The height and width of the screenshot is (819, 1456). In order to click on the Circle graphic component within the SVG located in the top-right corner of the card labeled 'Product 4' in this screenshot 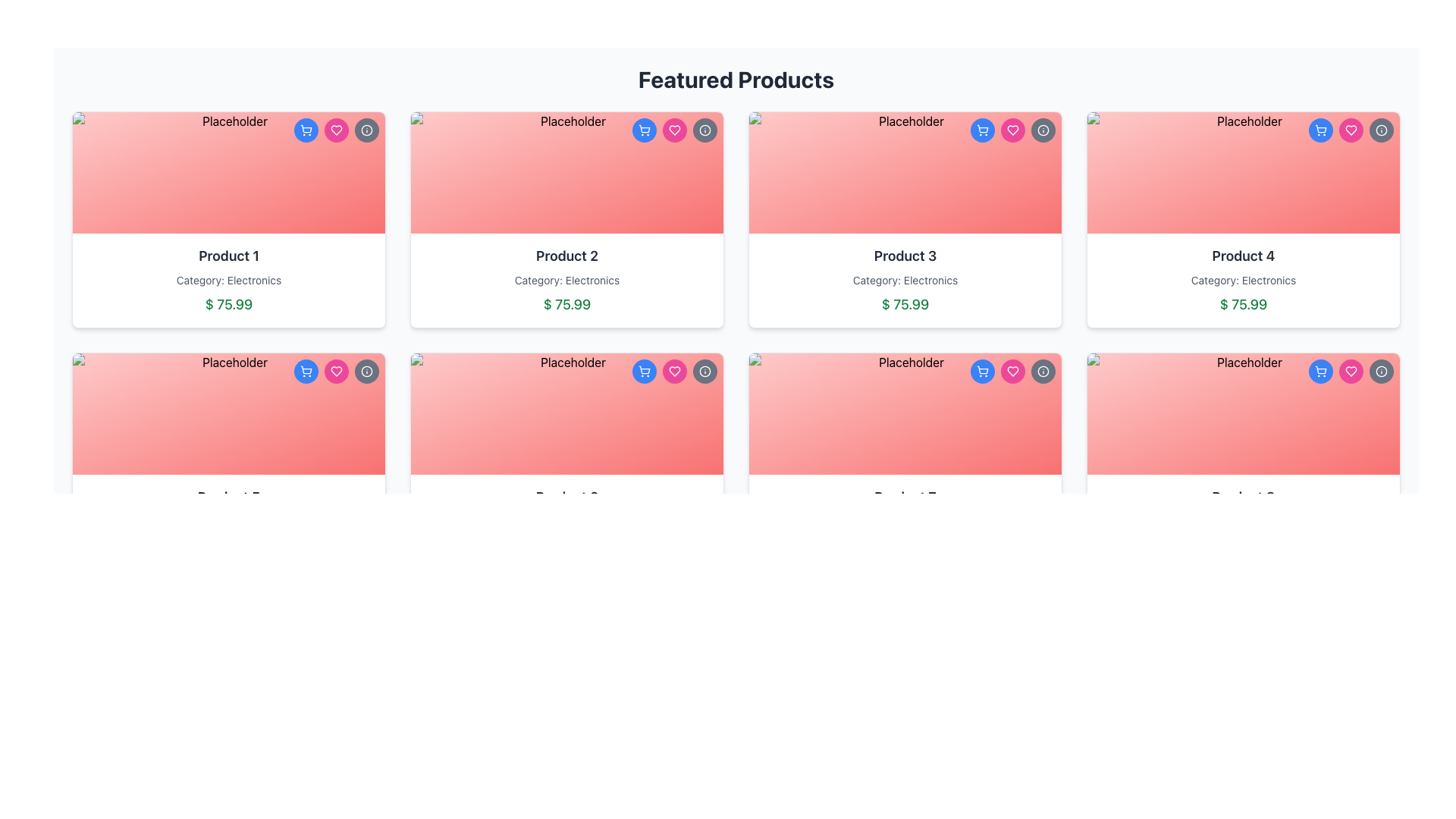, I will do `click(1382, 371)`.